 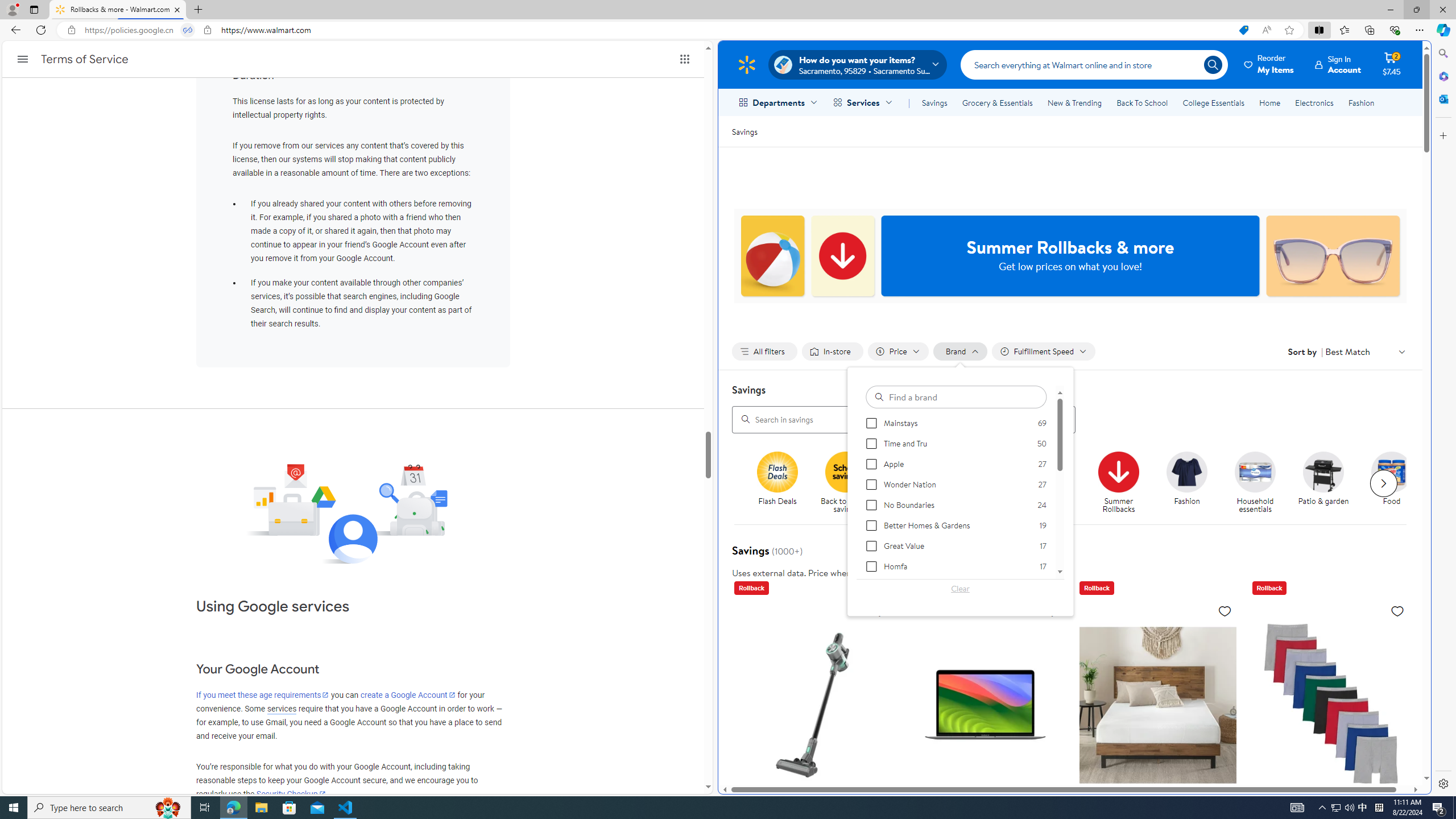 What do you see at coordinates (1213, 102) in the screenshot?
I see `'College Essentials'` at bounding box center [1213, 102].